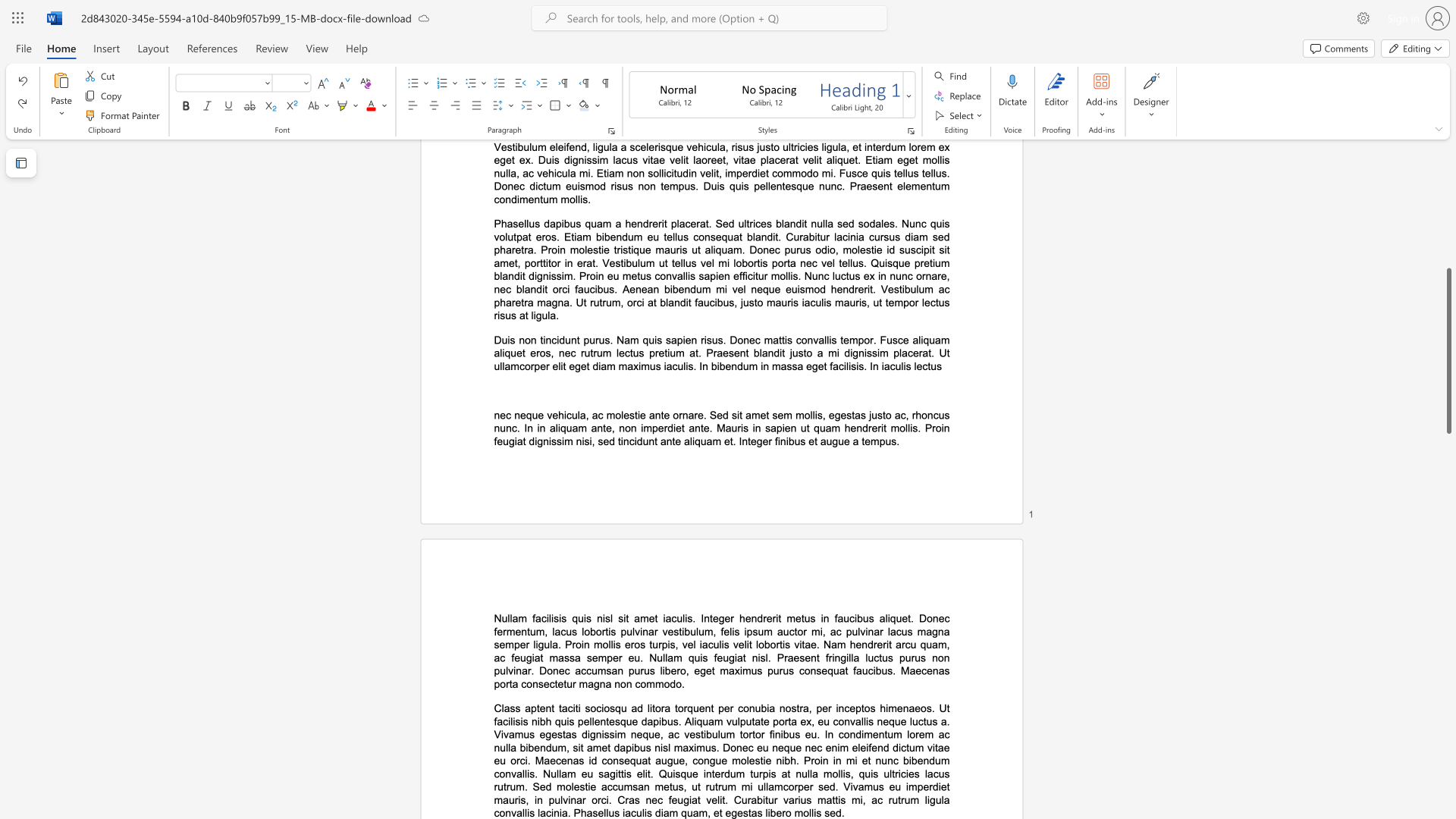 Image resolution: width=1456 pixels, height=819 pixels. I want to click on the subset text "us a. Vivamus egestas dignissim neque, ac vestibulum tortor finibus eu. In condimentum lorem ac nulla bibendum, sit amet dapibus nisl maximus. Donec eu neque nec enim eleifend dictum vitae eu orci. Maecenas id consequat augue, congue molestie nibh. Proin in mi et" within the text "Class aptent taciti sociosqu ad litora torquent per conubia nostra, per inceptos himenaeos. Ut facilisis nibh quis pellentesque dapibus. Aliquam vulputate porta ex, eu convallis neque luctus a. Vivamus egestas dignissim neque, ac vestibulum tortor finibus eu. In condimentum lorem ac nulla bibendum, sit amet dapibus nisl maximus. Donec eu neque nec enim eleifend dictum vitae eu orci. Maecenas id consequat augue, congue molestie nibh. Proin in mi et nunc bibendum convallis. Nullam eu sagittis elit. Quisque interdum turpis at nulla mollis, quis ultricies lacus rutrum. Sed molestie accumsan metus, ut rutrum mi ullamcorper sed. Vivamus eu imperdiet mauris, in pulvinar orci. Cras nec feugiat velit. Curabitur varius mattis mi, ac rutrum ligula convallis lacinia. Phasellus iaculis diam quam, et egestas libero mollis sed.", so click(925, 720).